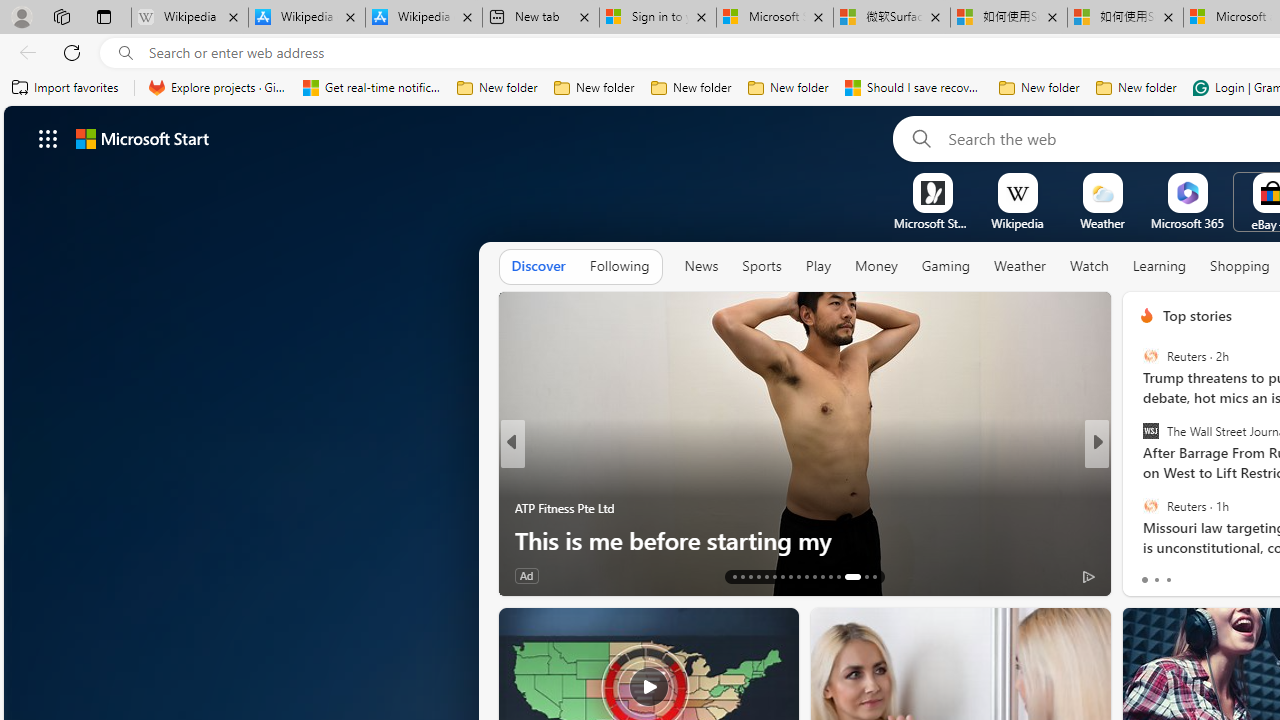  Describe the element at coordinates (733, 577) in the screenshot. I see `'AutomationID: tab-13'` at that location.